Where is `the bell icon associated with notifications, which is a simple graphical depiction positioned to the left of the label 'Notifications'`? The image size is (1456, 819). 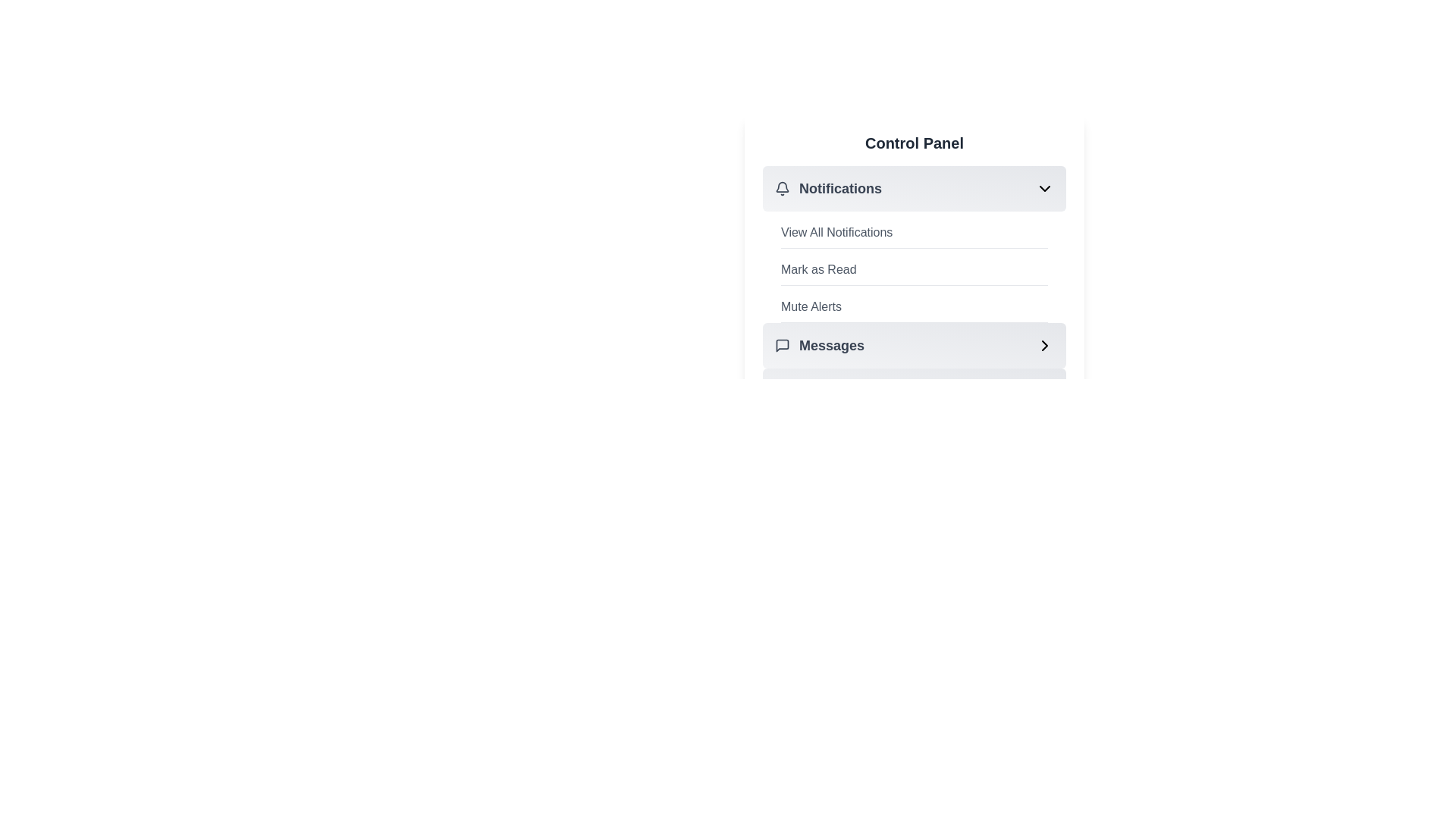 the bell icon associated with notifications, which is a simple graphical depiction positioned to the left of the label 'Notifications' is located at coordinates (783, 186).